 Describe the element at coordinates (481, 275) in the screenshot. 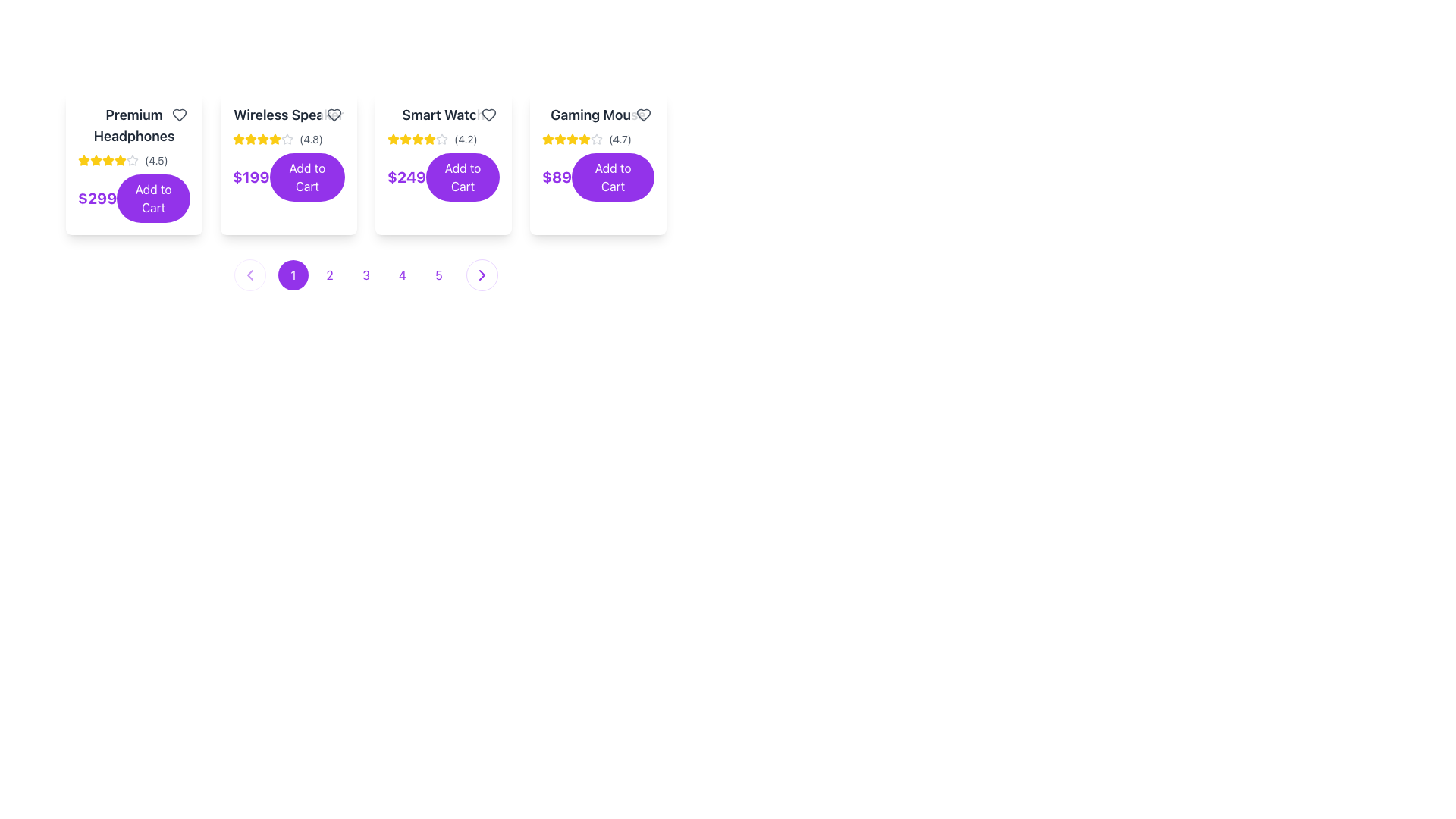

I see `the pagination button located at the far right of the page numbers` at that location.